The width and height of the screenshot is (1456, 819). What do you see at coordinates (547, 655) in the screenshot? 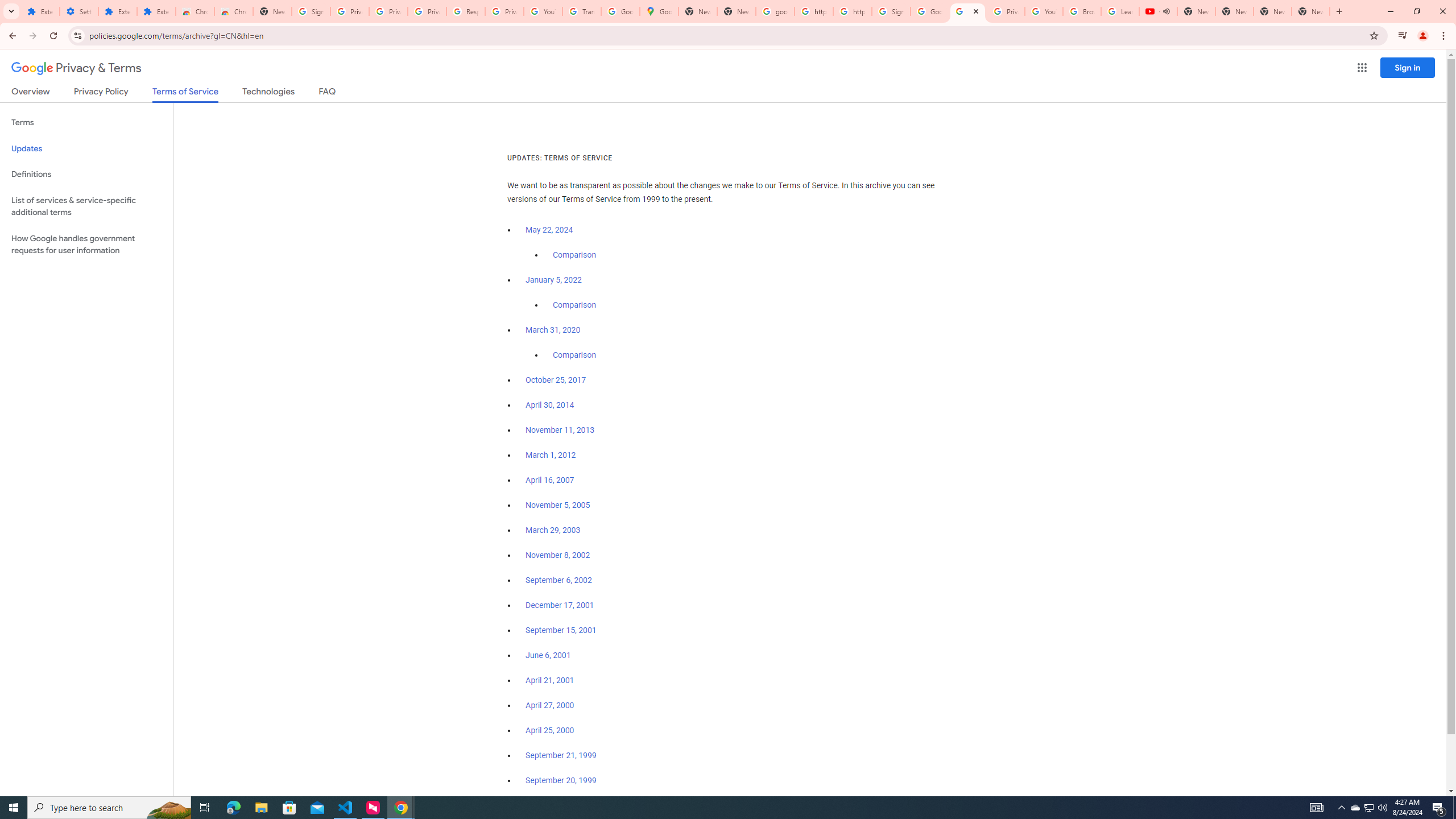
I see `'June 6, 2001'` at bounding box center [547, 655].